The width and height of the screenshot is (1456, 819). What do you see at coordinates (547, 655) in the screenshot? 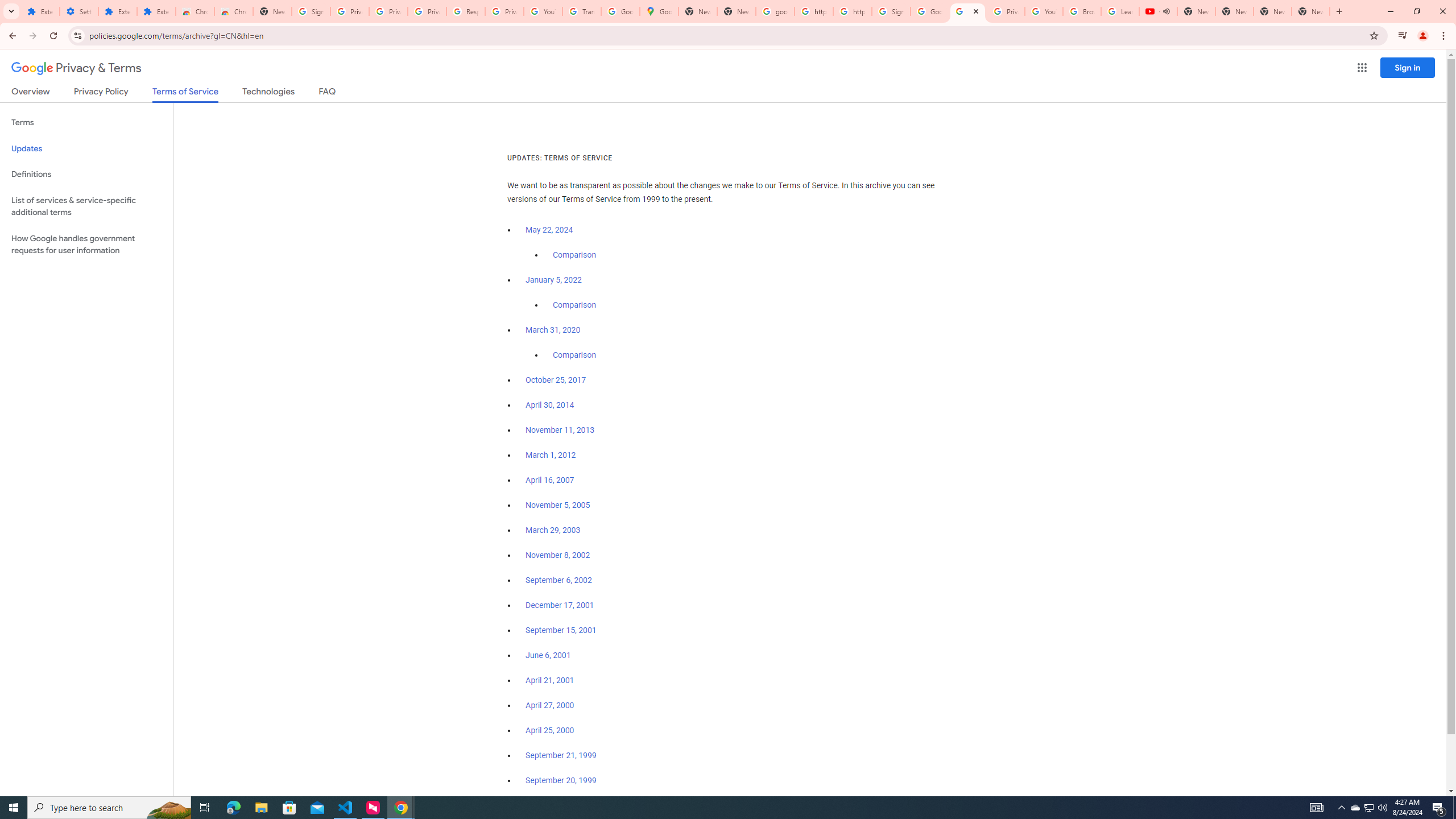
I see `'June 6, 2001'` at bounding box center [547, 655].